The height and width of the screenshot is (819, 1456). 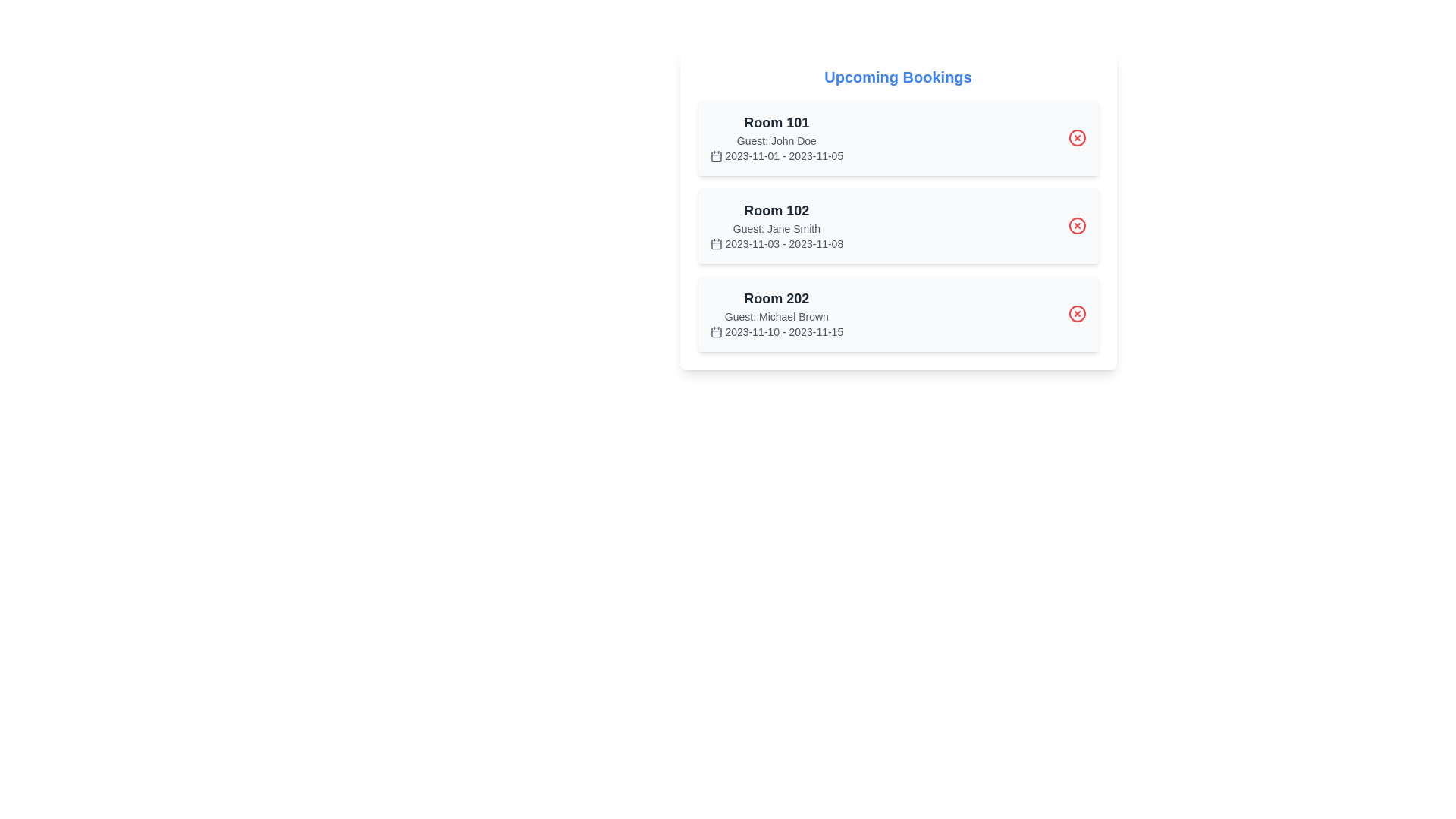 What do you see at coordinates (898, 225) in the screenshot?
I see `the booking summary card for Room 102, which is the second card in the vertical list of upcoming bookings` at bounding box center [898, 225].